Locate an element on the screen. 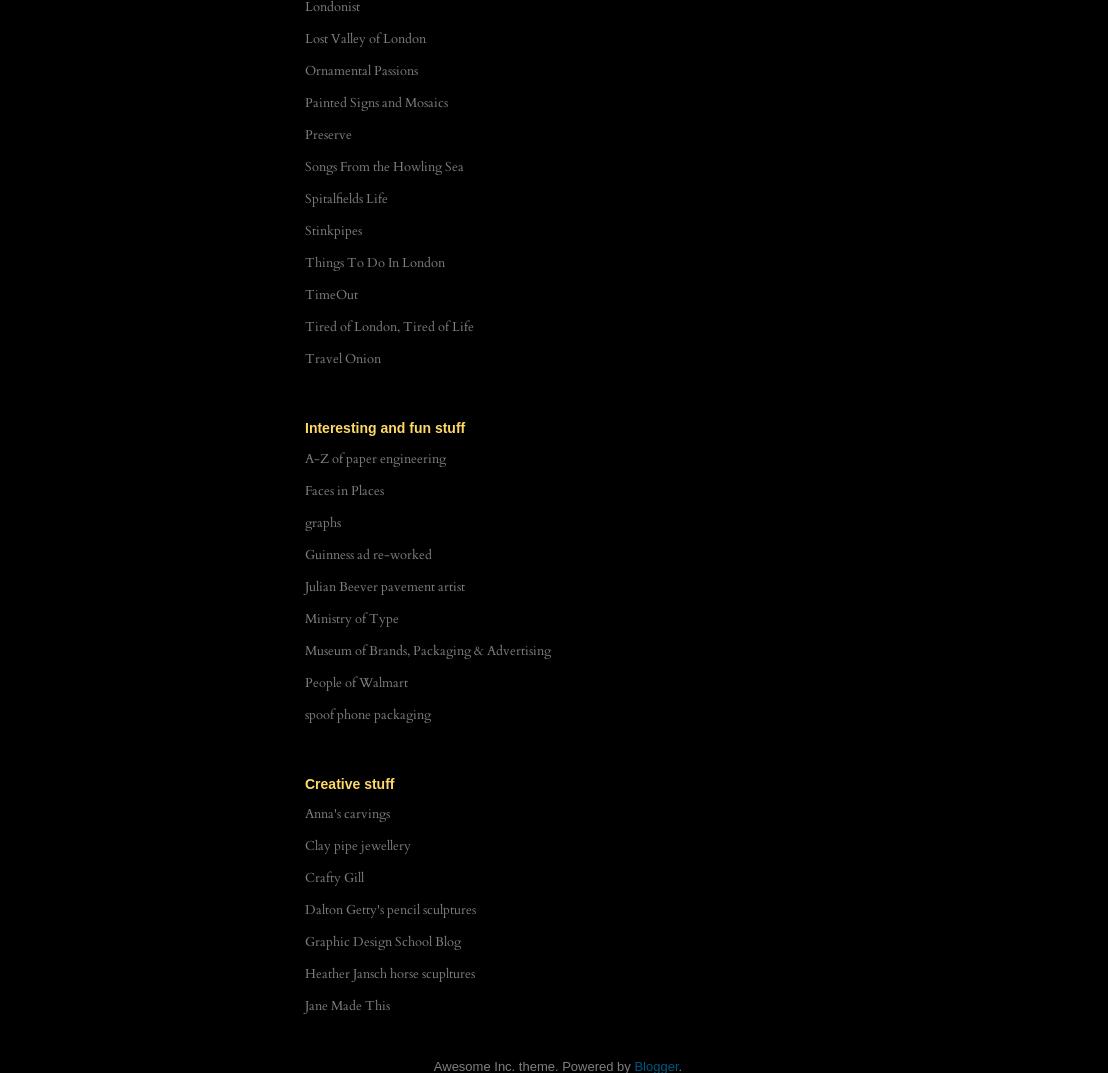  'Dalton Getty's pencil sculptures' is located at coordinates (390, 910).